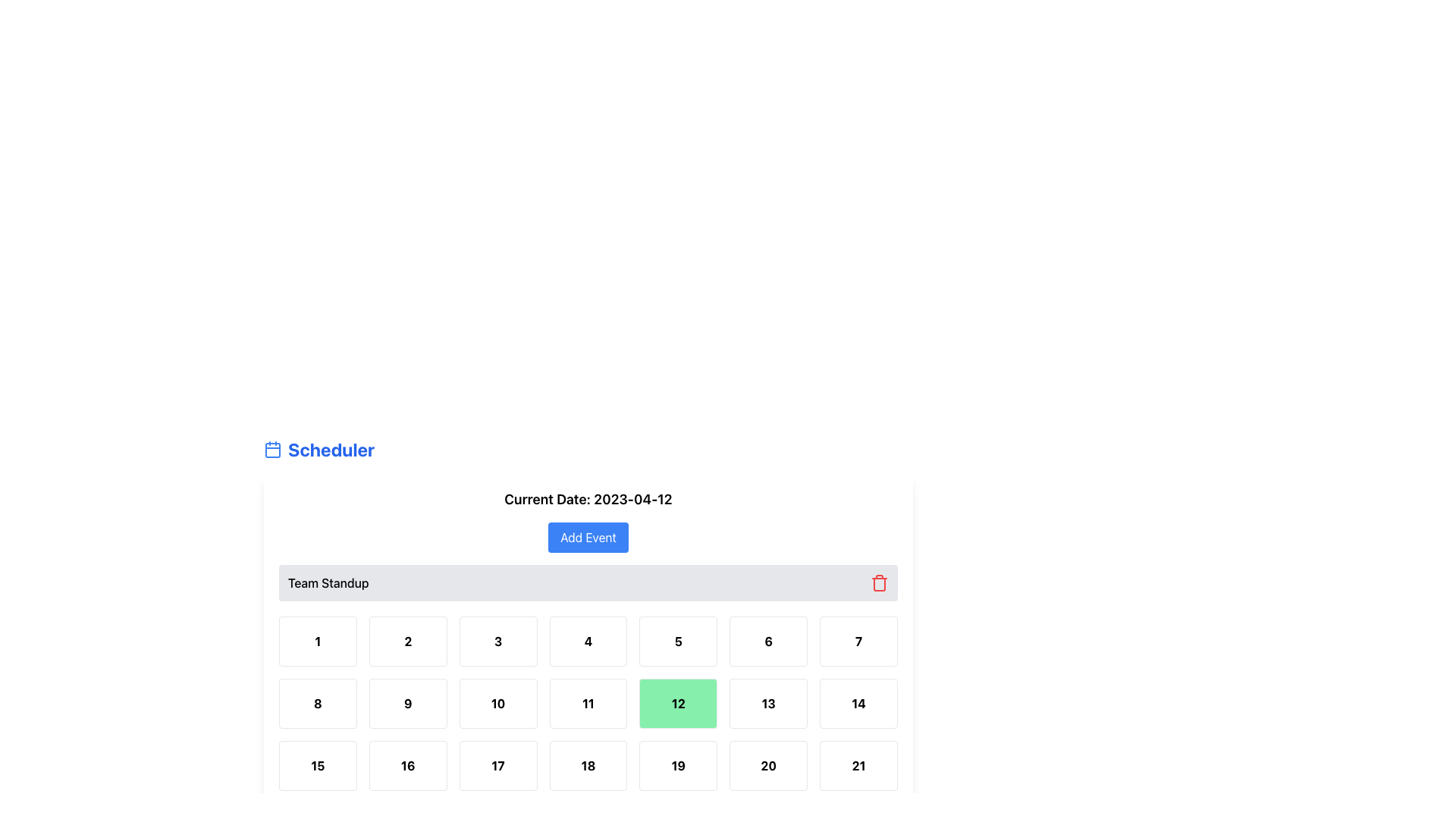 This screenshot has width=1456, height=819. Describe the element at coordinates (316, 641) in the screenshot. I see `the first grid item below the label 'Team Standup'` at that location.